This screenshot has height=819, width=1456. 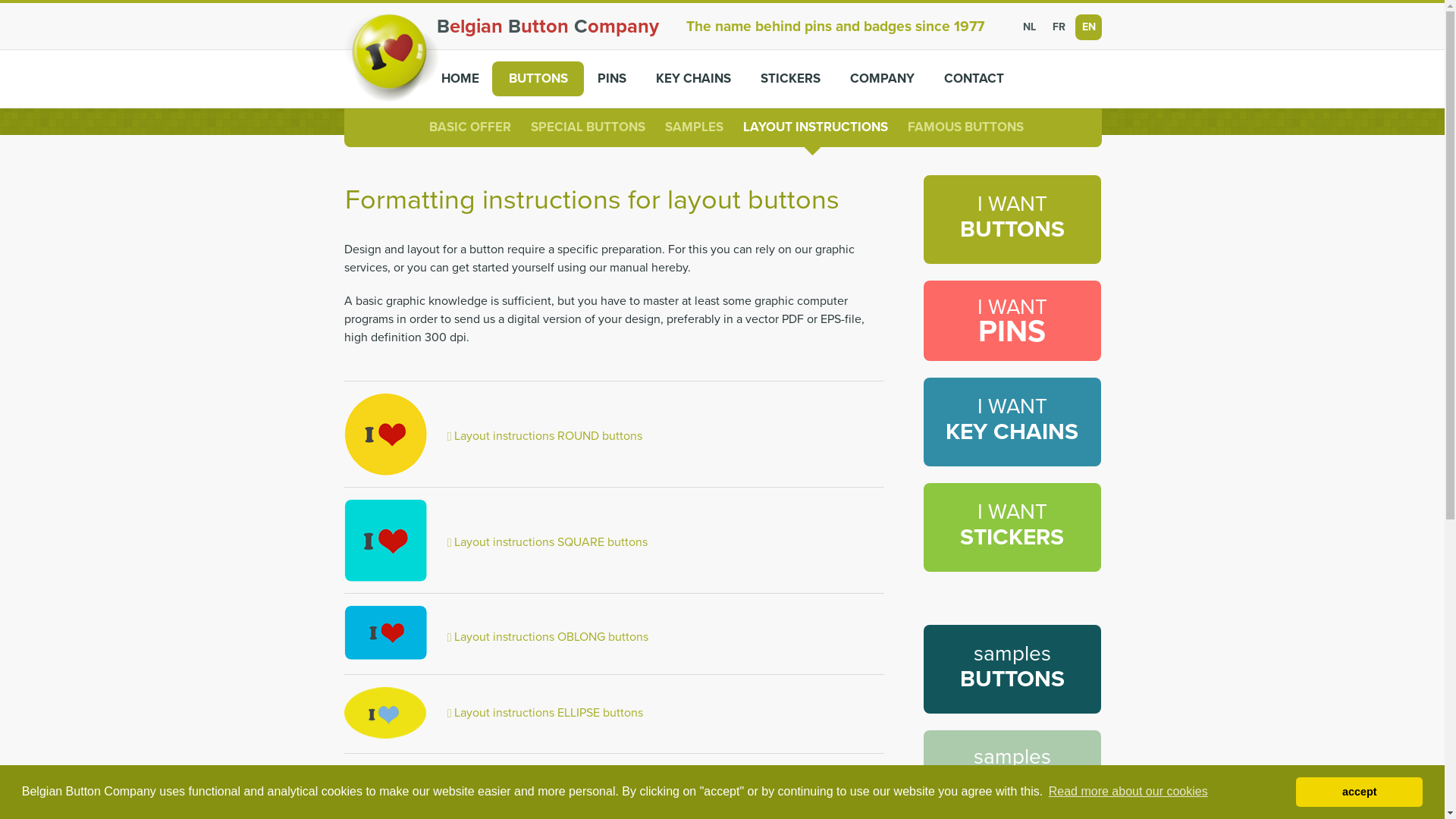 What do you see at coordinates (880, 79) in the screenshot?
I see `'COMPANY'` at bounding box center [880, 79].